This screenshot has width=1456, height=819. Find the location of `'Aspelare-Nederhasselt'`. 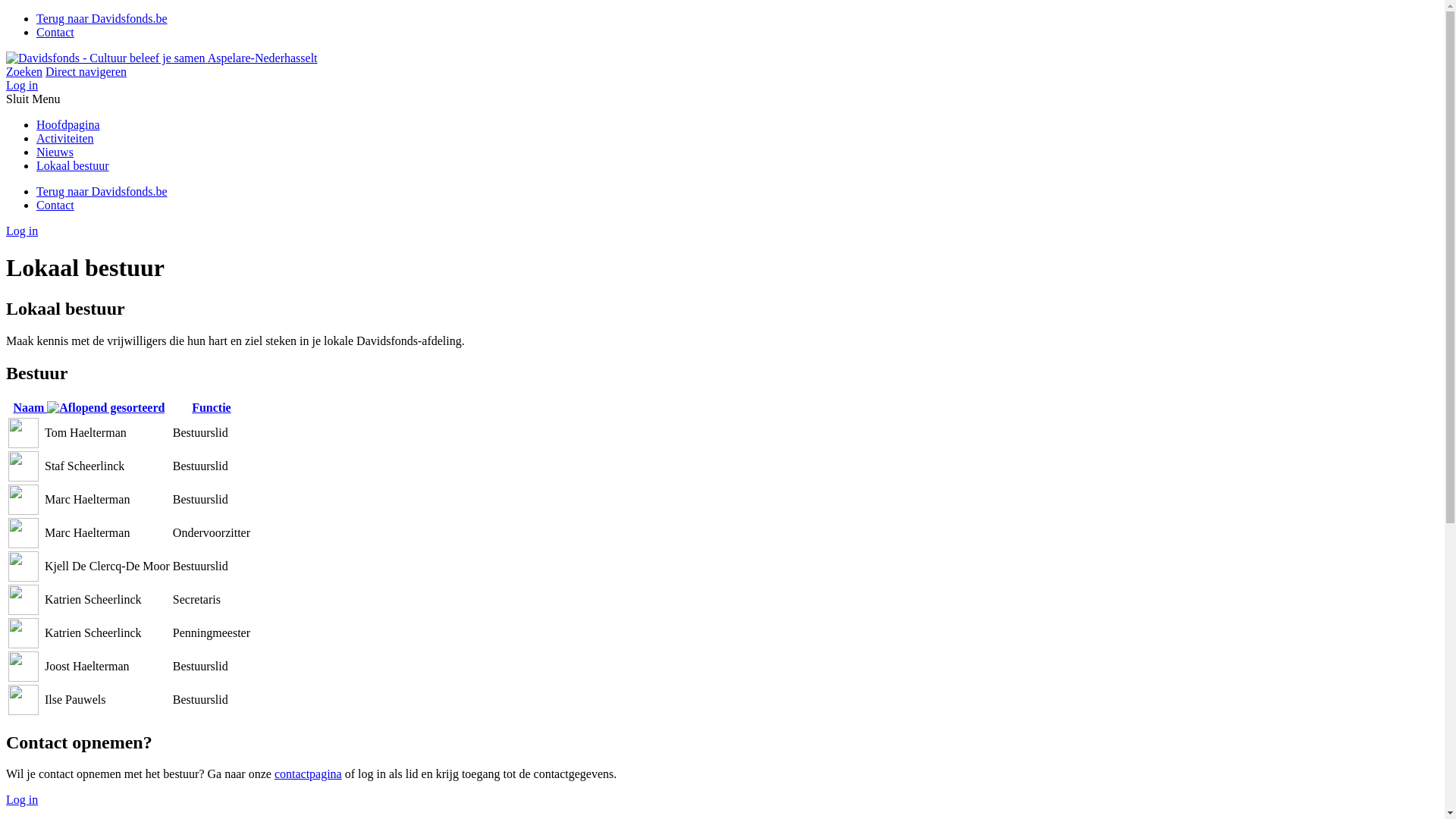

'Aspelare-Nederhasselt' is located at coordinates (162, 57).